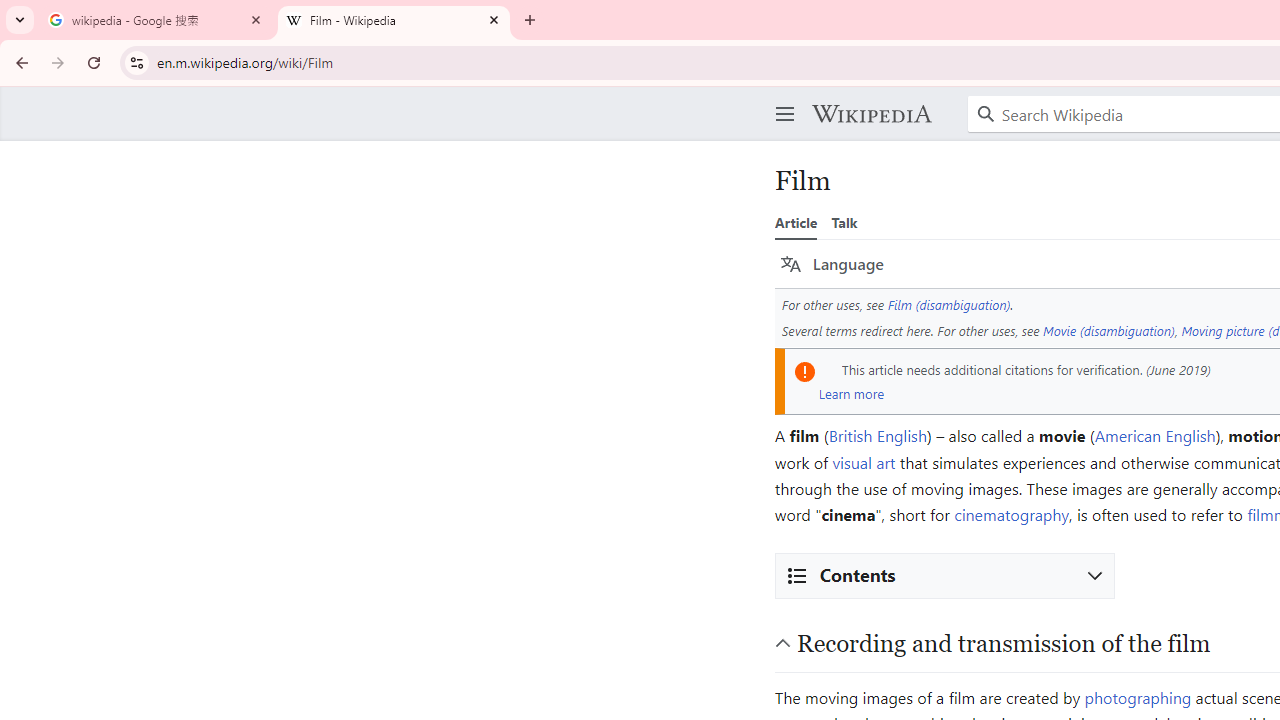 The image size is (1280, 720). What do you see at coordinates (844, 222) in the screenshot?
I see `'Talk'` at bounding box center [844, 222].